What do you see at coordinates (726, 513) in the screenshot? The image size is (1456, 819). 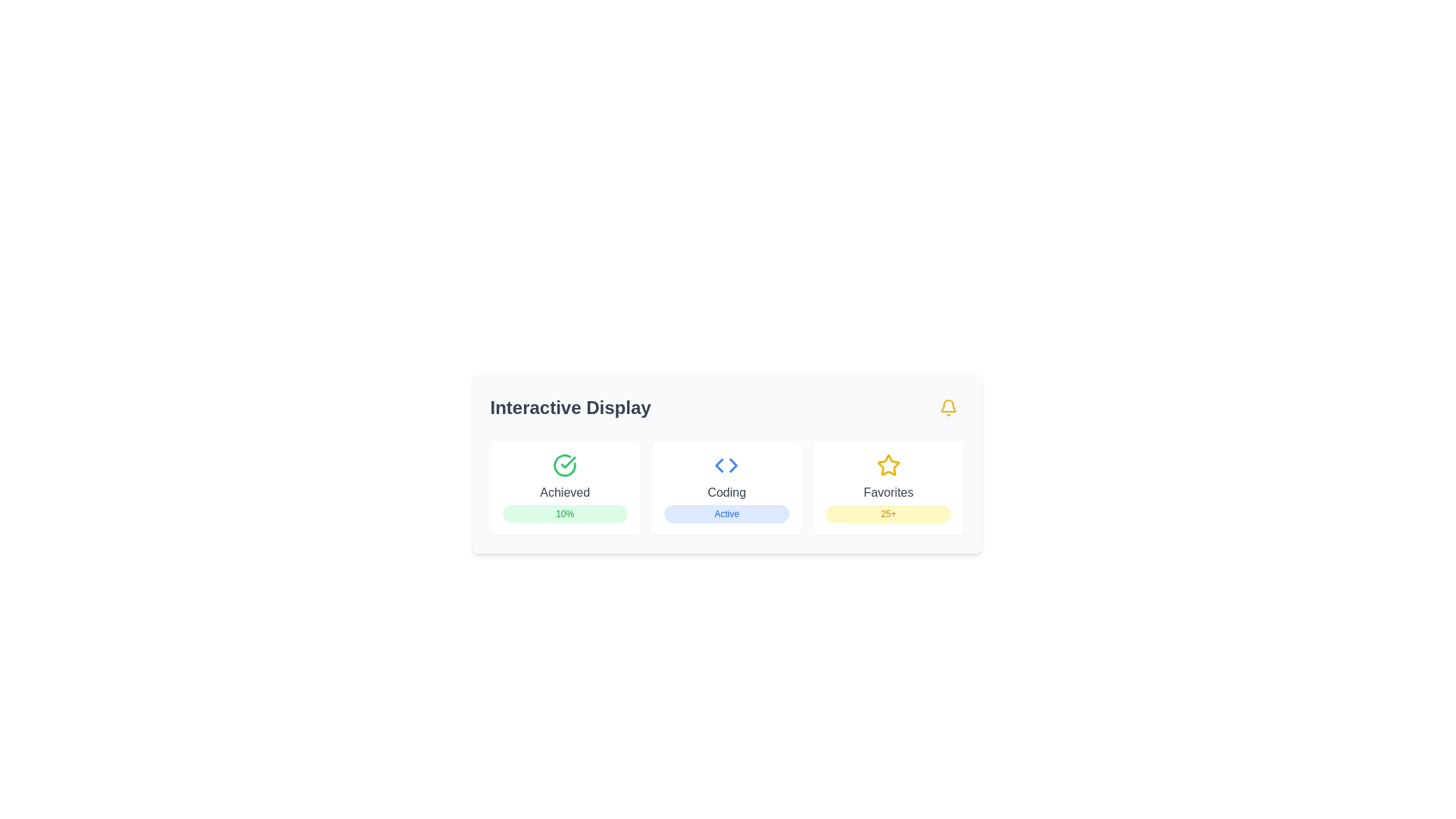 I see `the status indicator text label that shows the current state of the 'Coding' section, located at the bottom of the 'Coding' card` at bounding box center [726, 513].